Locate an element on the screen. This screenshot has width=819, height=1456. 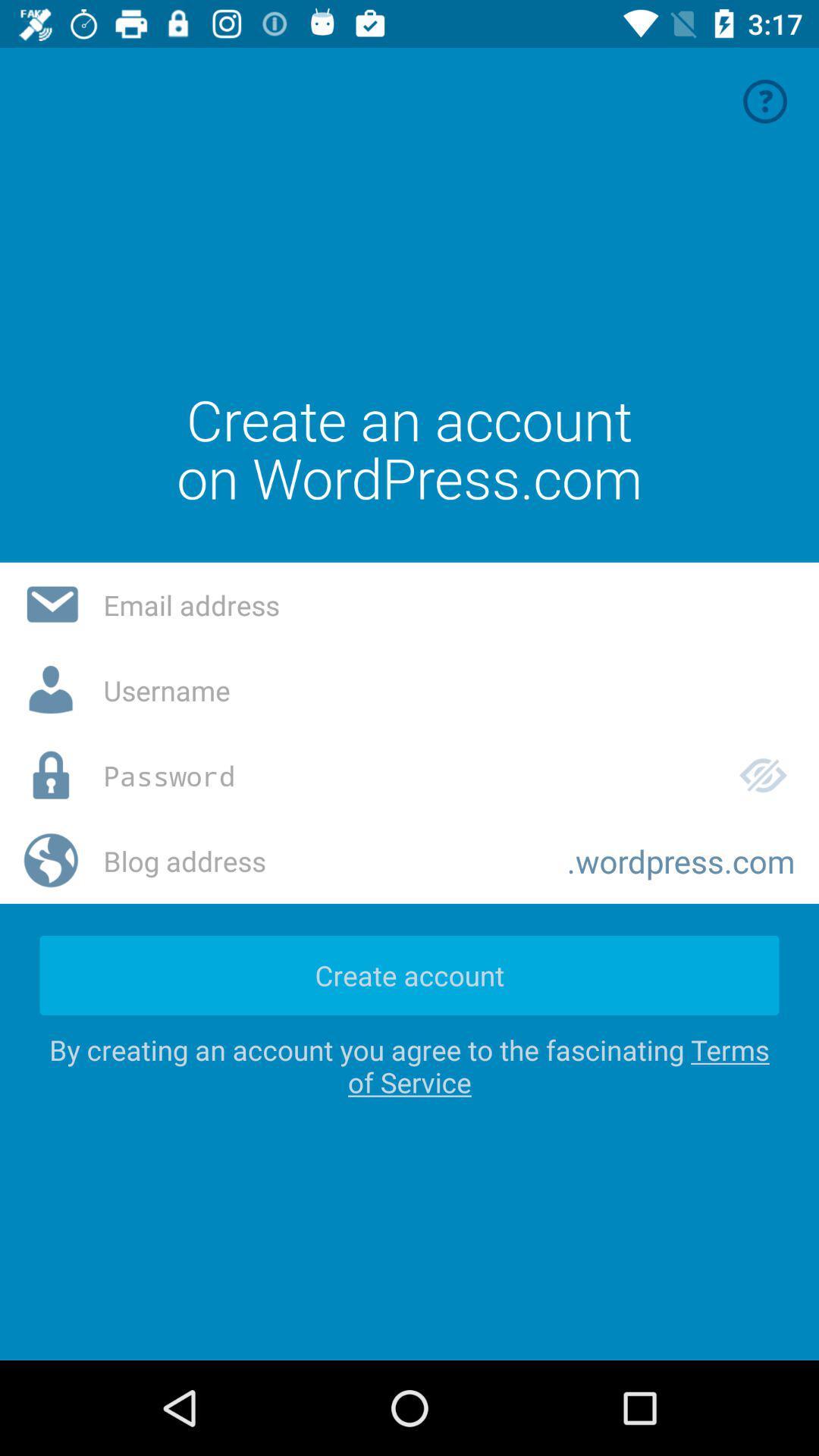
blog address is located at coordinates (322, 861).